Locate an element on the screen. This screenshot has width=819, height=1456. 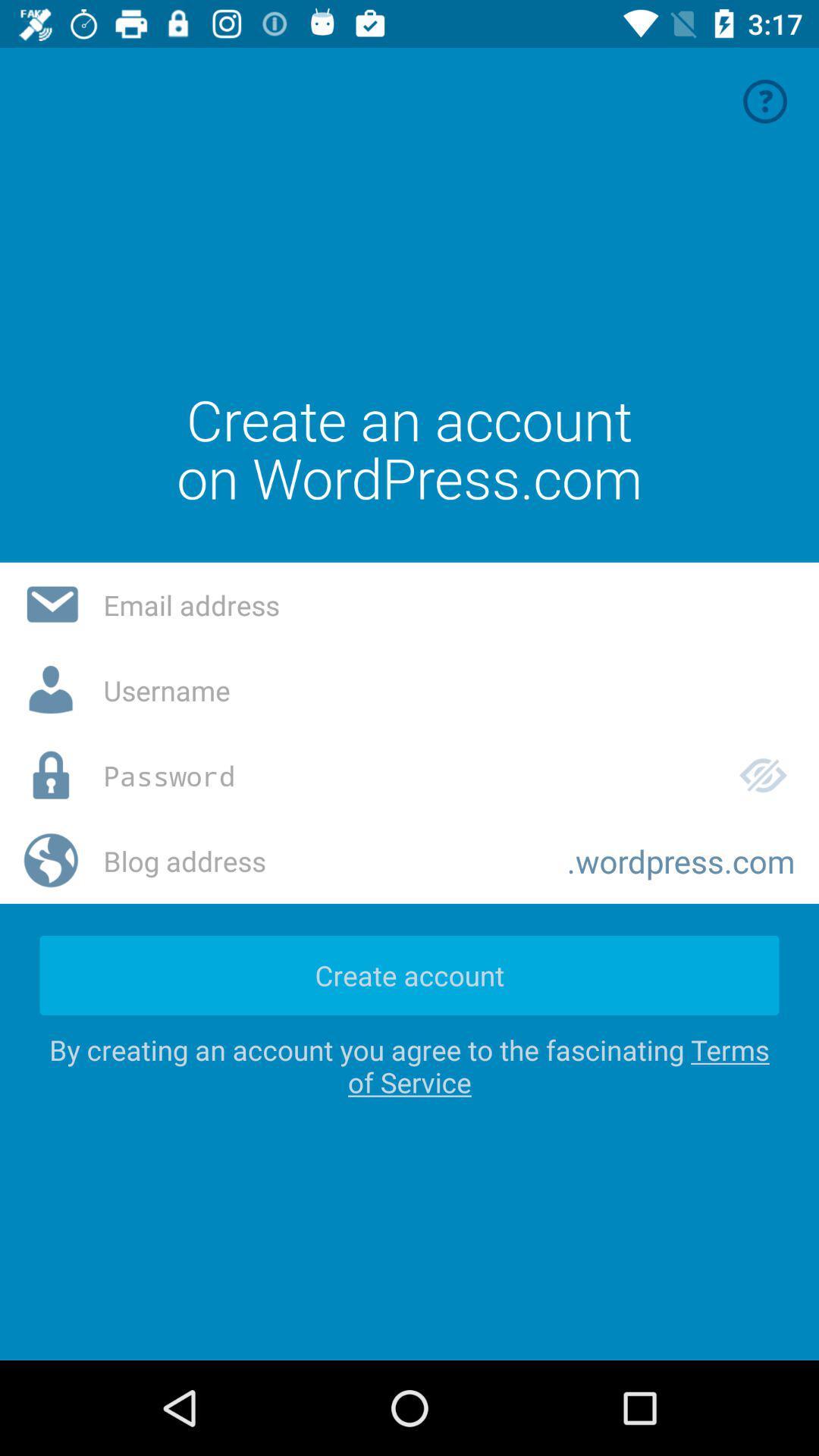
blog address is located at coordinates (322, 861).